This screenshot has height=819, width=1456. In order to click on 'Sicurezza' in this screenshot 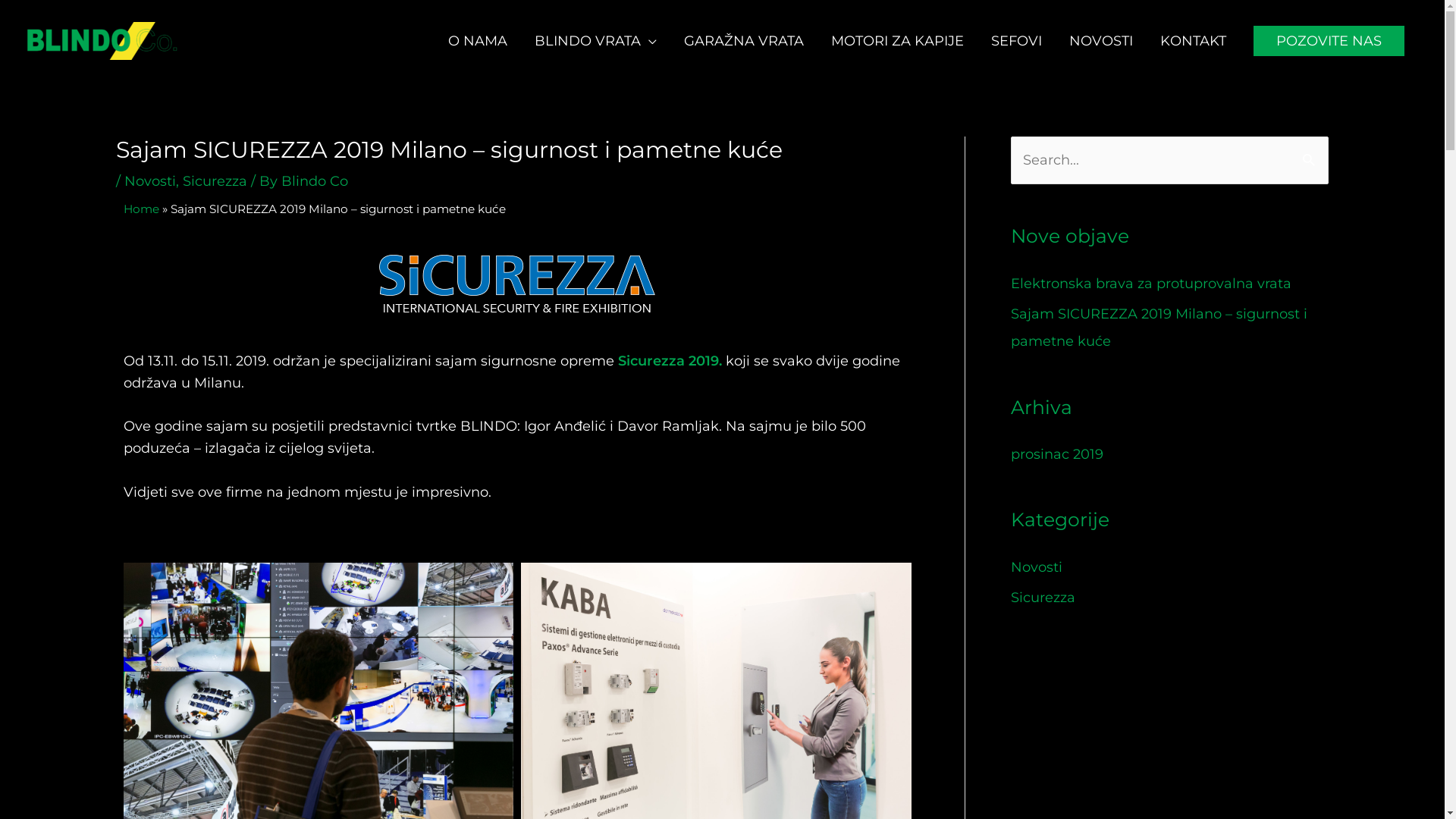, I will do `click(213, 180)`.